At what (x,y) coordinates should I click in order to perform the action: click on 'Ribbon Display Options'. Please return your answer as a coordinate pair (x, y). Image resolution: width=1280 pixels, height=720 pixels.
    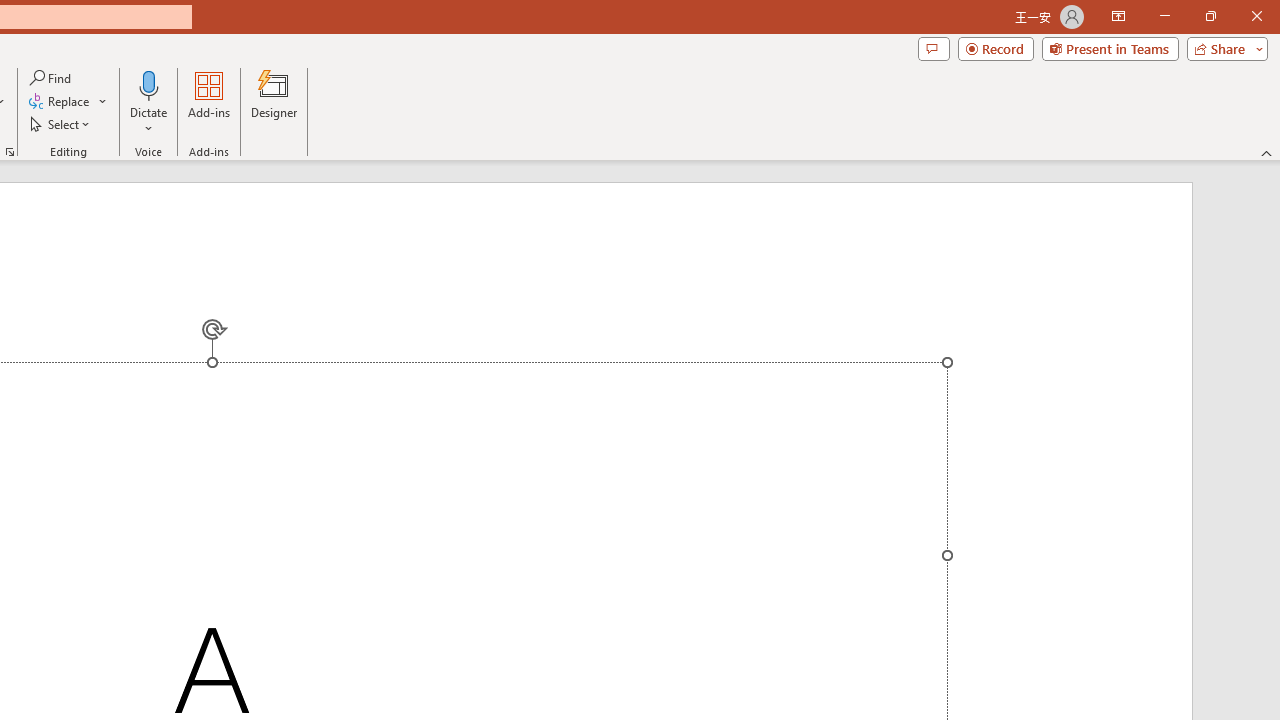
    Looking at the image, I should click on (1117, 16).